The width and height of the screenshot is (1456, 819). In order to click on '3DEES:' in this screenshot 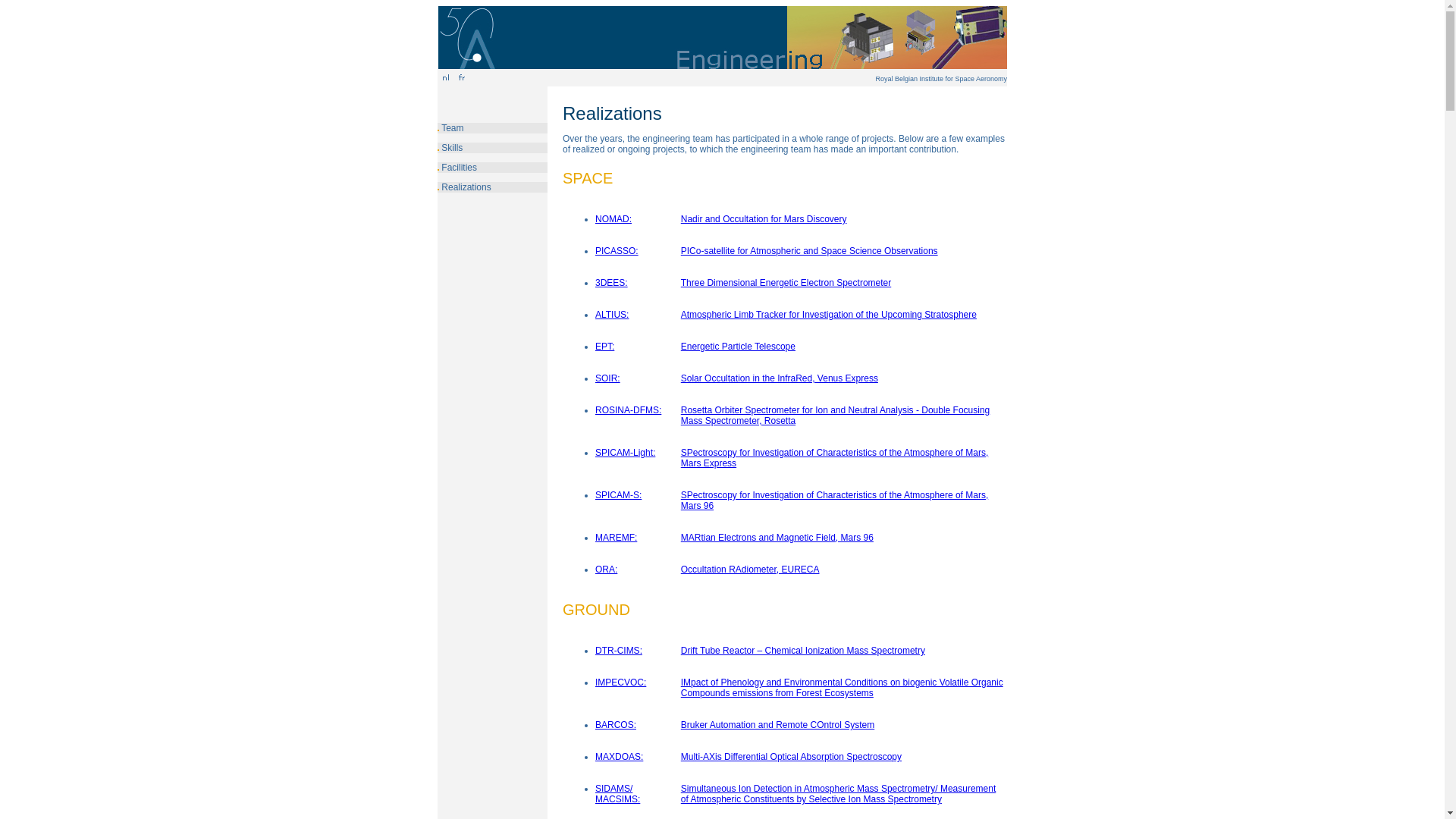, I will do `click(595, 283)`.